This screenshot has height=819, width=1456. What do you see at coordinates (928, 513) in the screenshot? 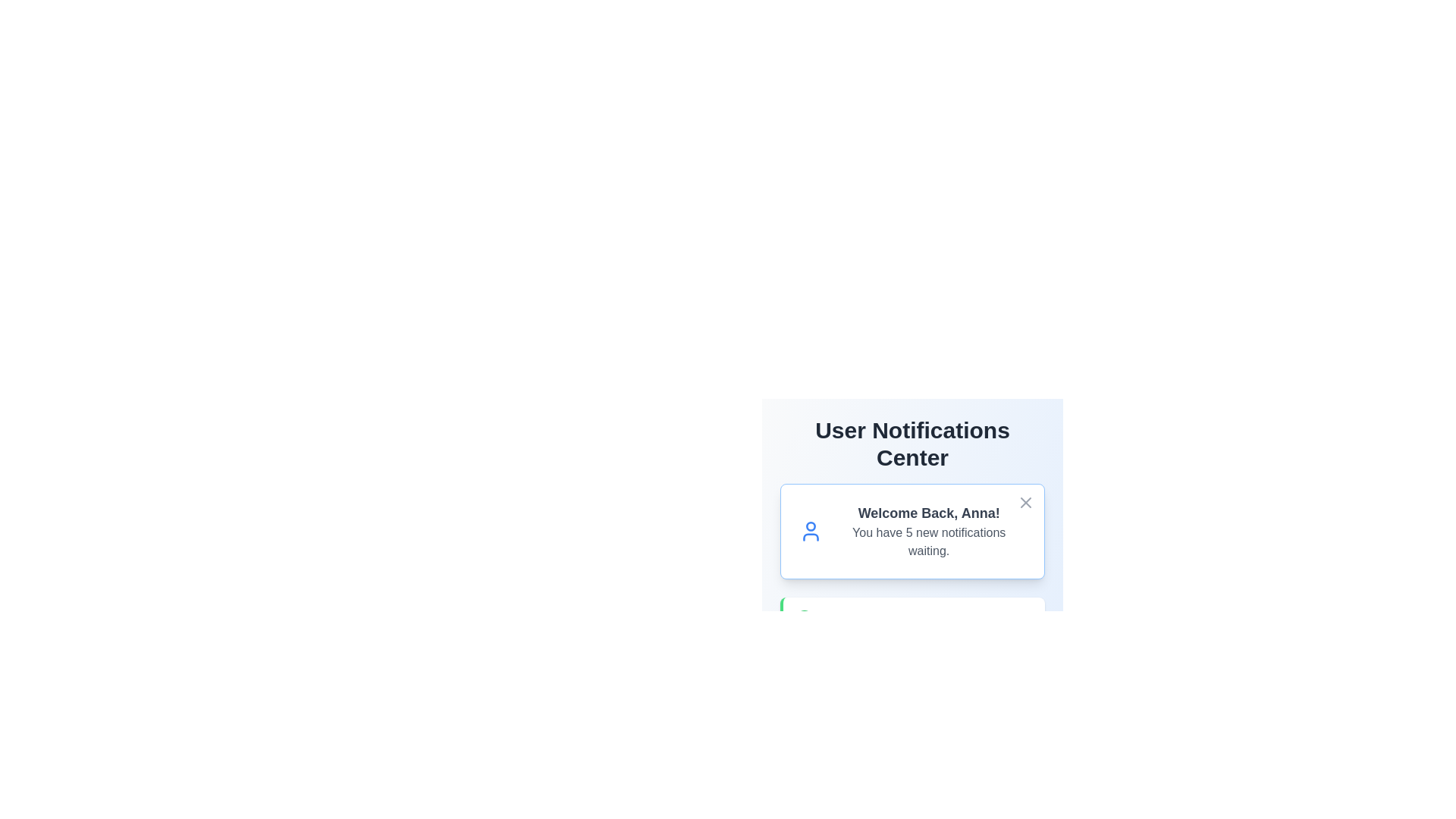
I see `the text label displaying 'Welcome Back, Anna!' which is prominently styled in bold and larger font size, located at the top of the notification card in the User Notifications Center` at bounding box center [928, 513].